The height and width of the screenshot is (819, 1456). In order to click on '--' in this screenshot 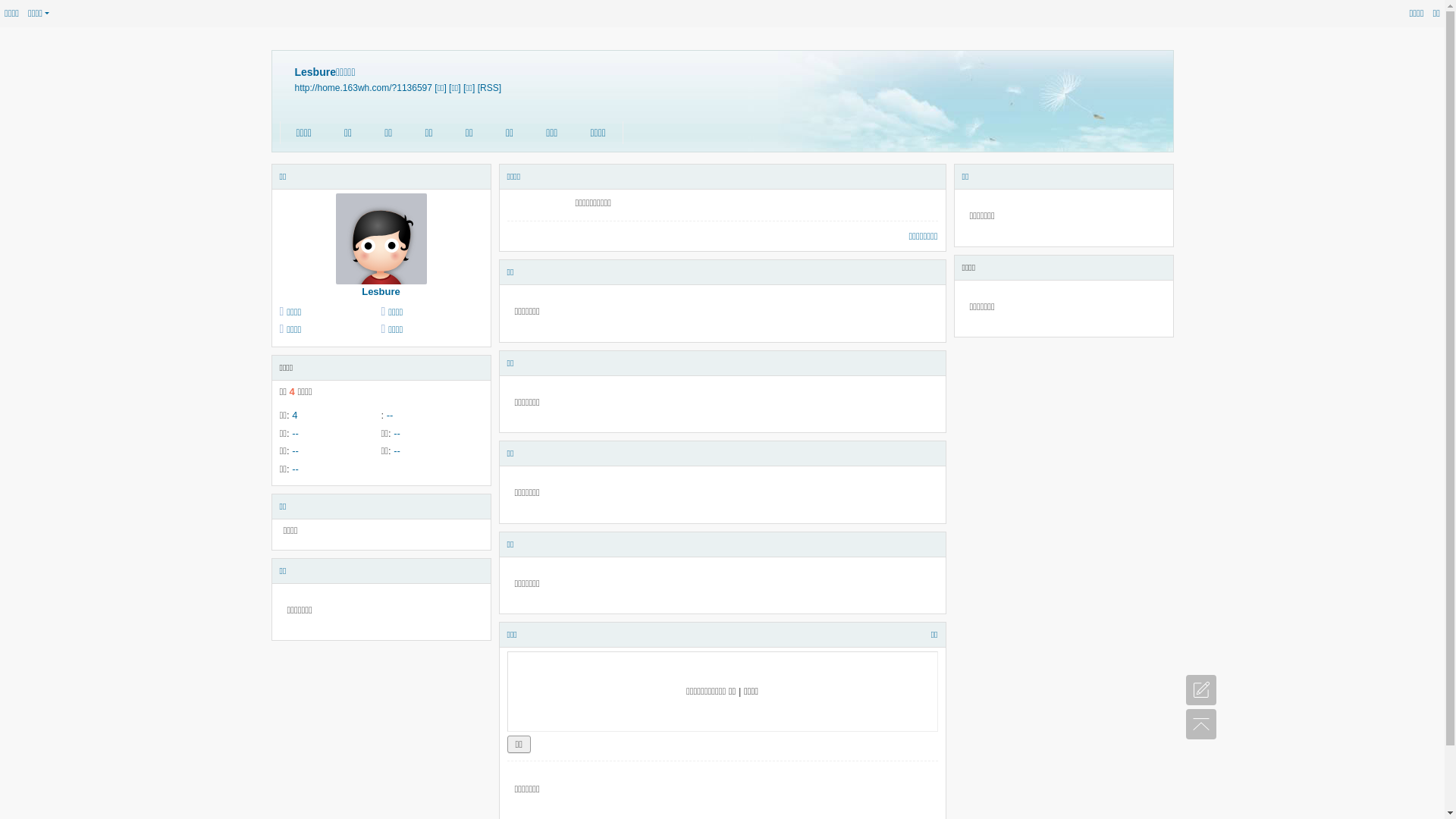, I will do `click(390, 415)`.